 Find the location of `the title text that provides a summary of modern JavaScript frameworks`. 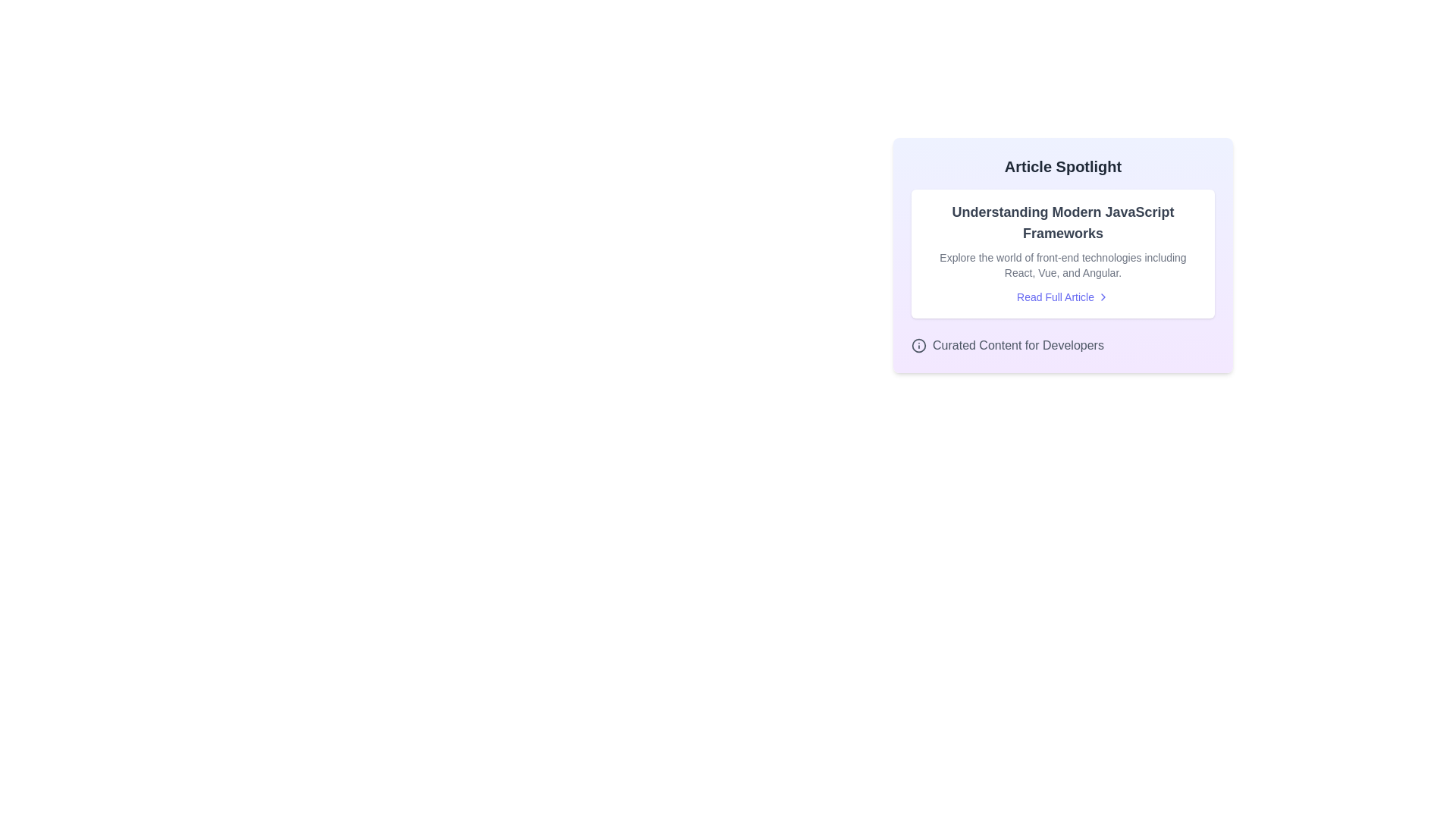

the title text that provides a summary of modern JavaScript frameworks is located at coordinates (1062, 222).